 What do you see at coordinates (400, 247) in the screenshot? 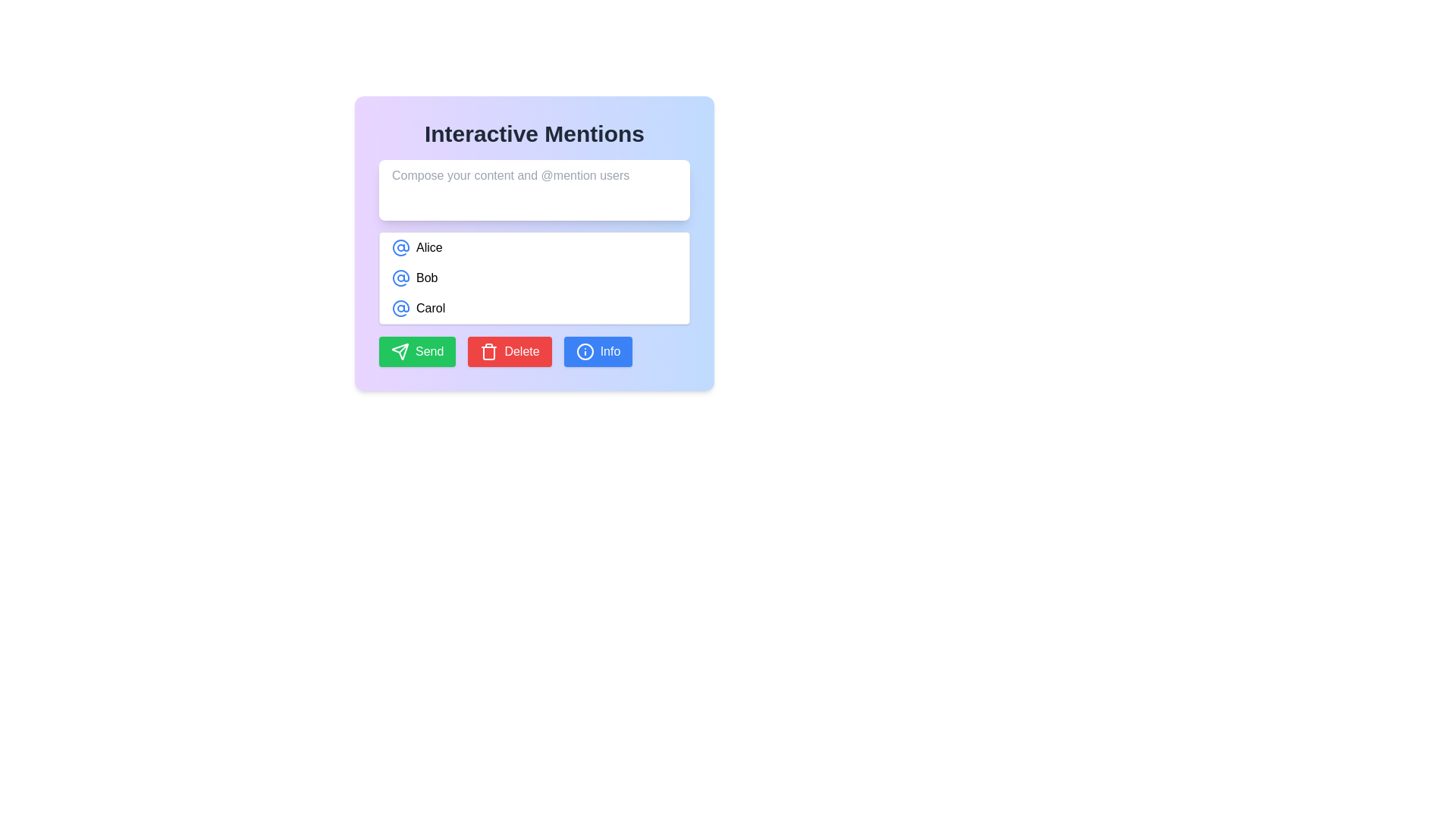
I see `the SVG icon element preceding the name 'Alice' in the first row of the list visually` at bounding box center [400, 247].